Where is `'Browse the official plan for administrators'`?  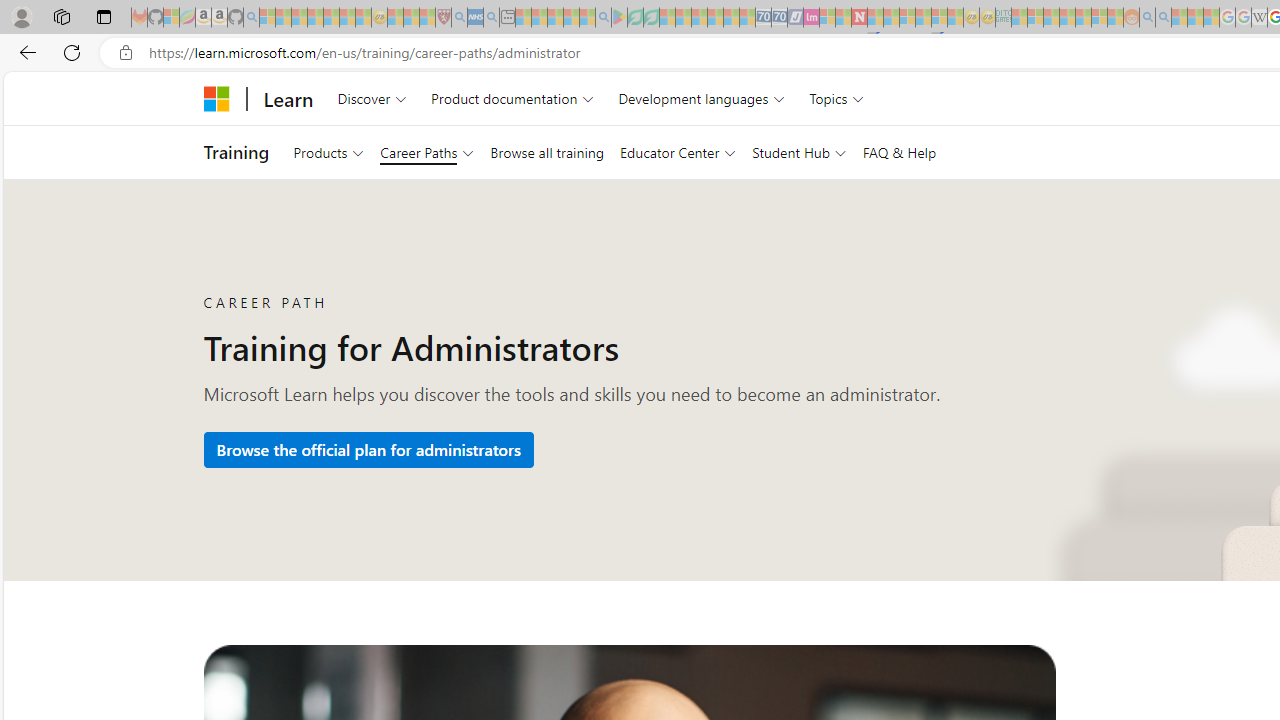 'Browse the official plan for administrators' is located at coordinates (368, 448).